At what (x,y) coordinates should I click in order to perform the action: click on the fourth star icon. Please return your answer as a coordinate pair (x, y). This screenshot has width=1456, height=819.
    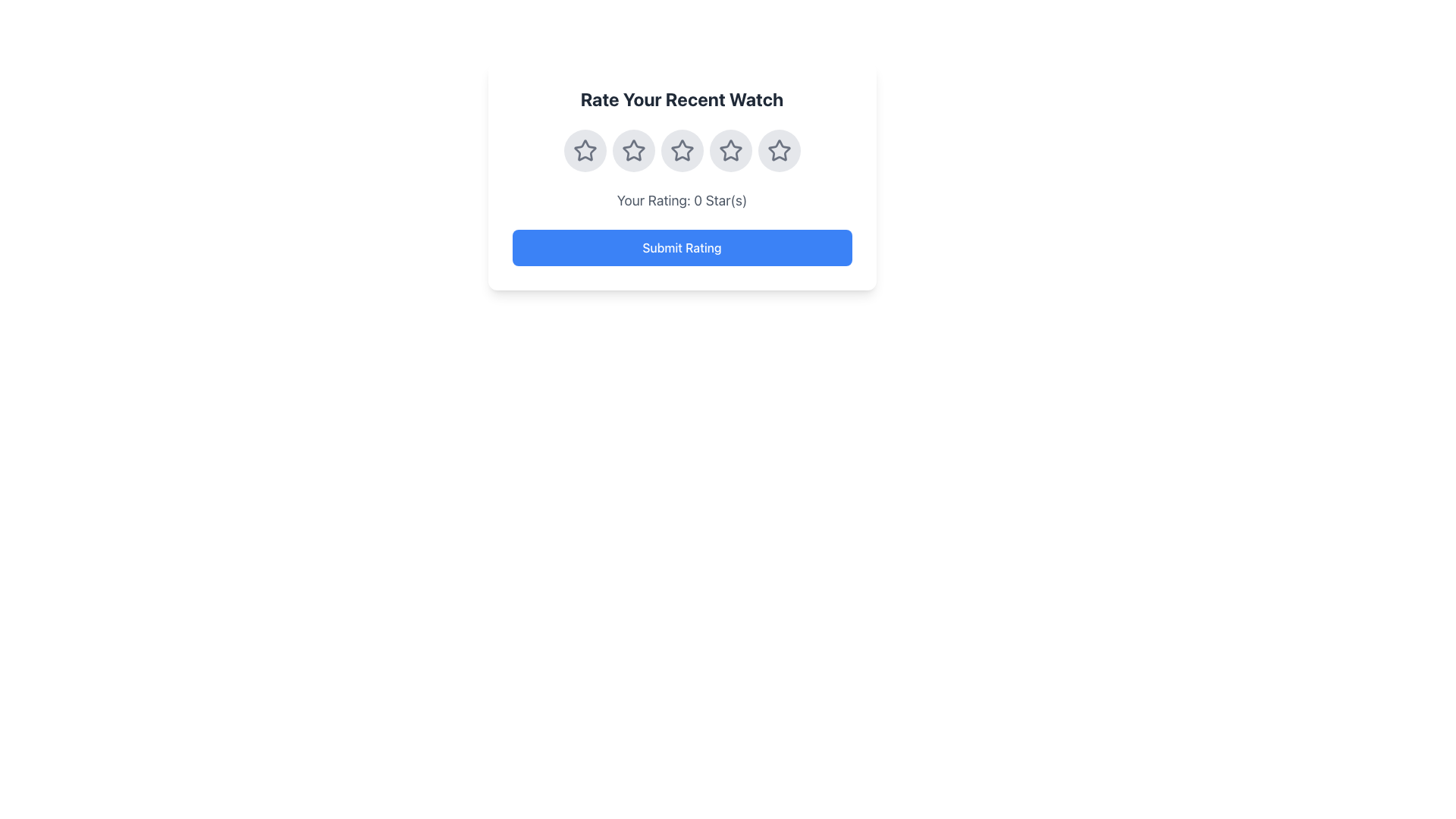
    Looking at the image, I should click on (779, 151).